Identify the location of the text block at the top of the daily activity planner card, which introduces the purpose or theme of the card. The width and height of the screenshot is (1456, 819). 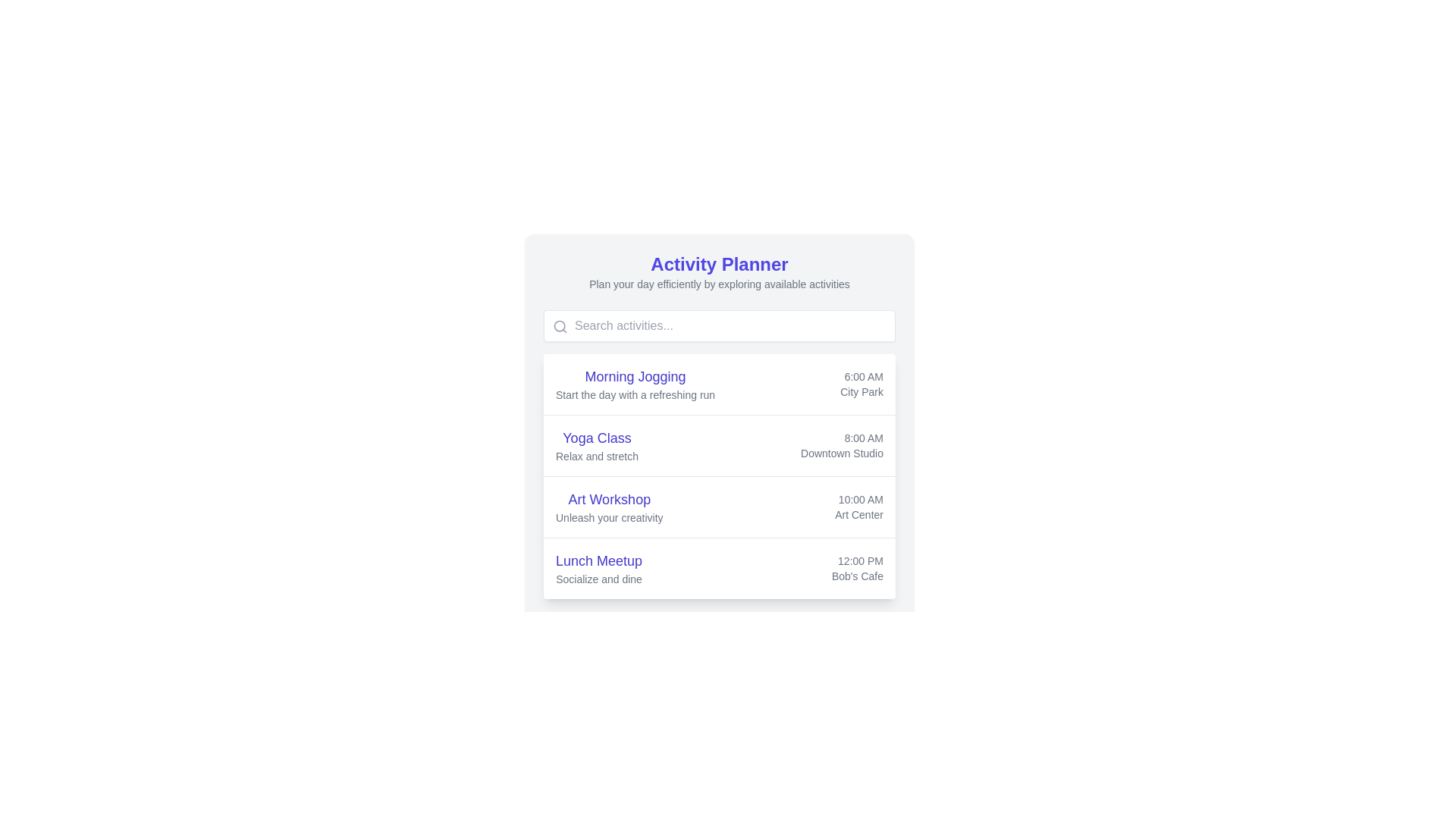
(719, 271).